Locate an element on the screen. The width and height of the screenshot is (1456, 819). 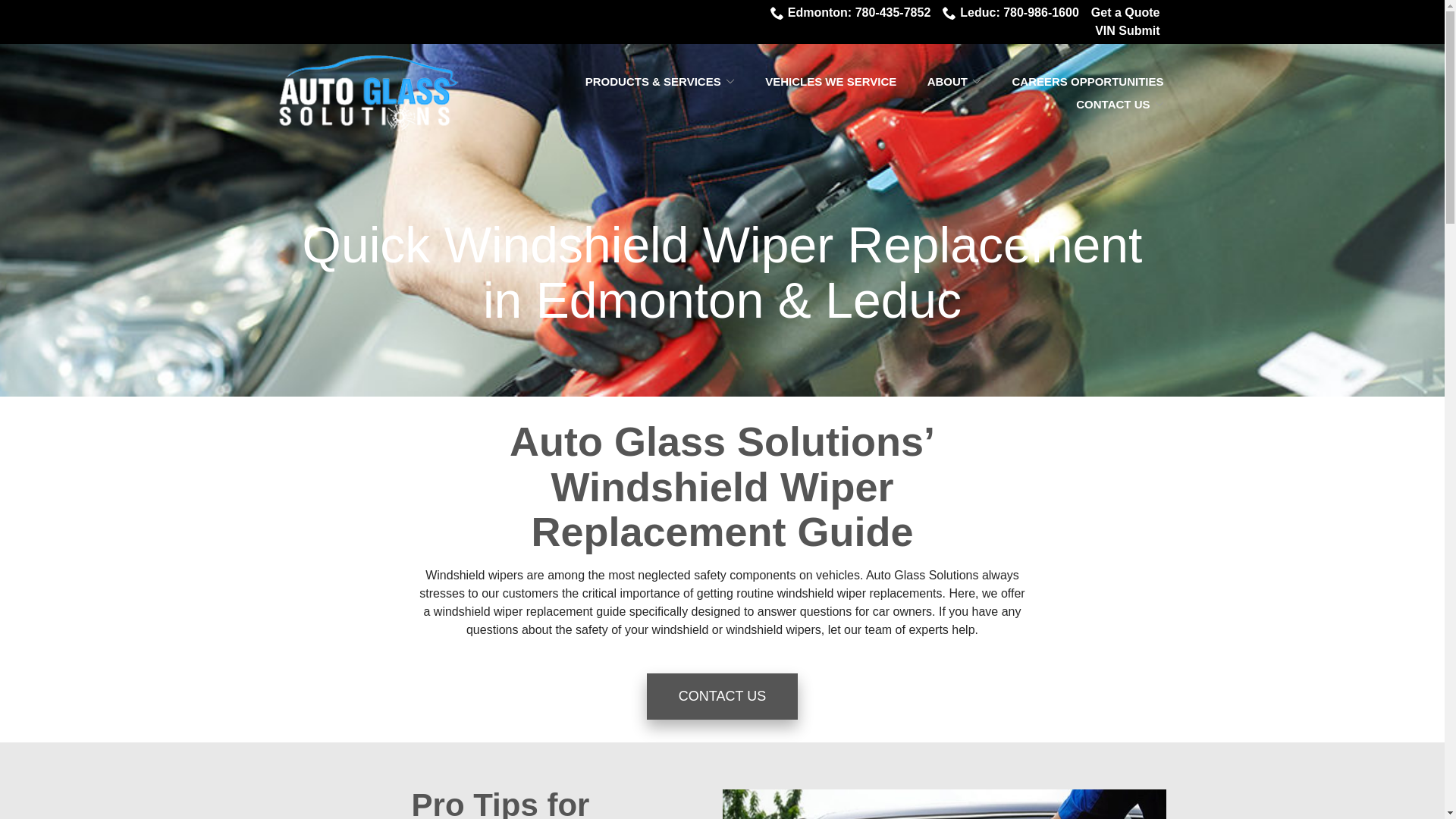
'CAREERS OPPORTUNITIES' is located at coordinates (1012, 81).